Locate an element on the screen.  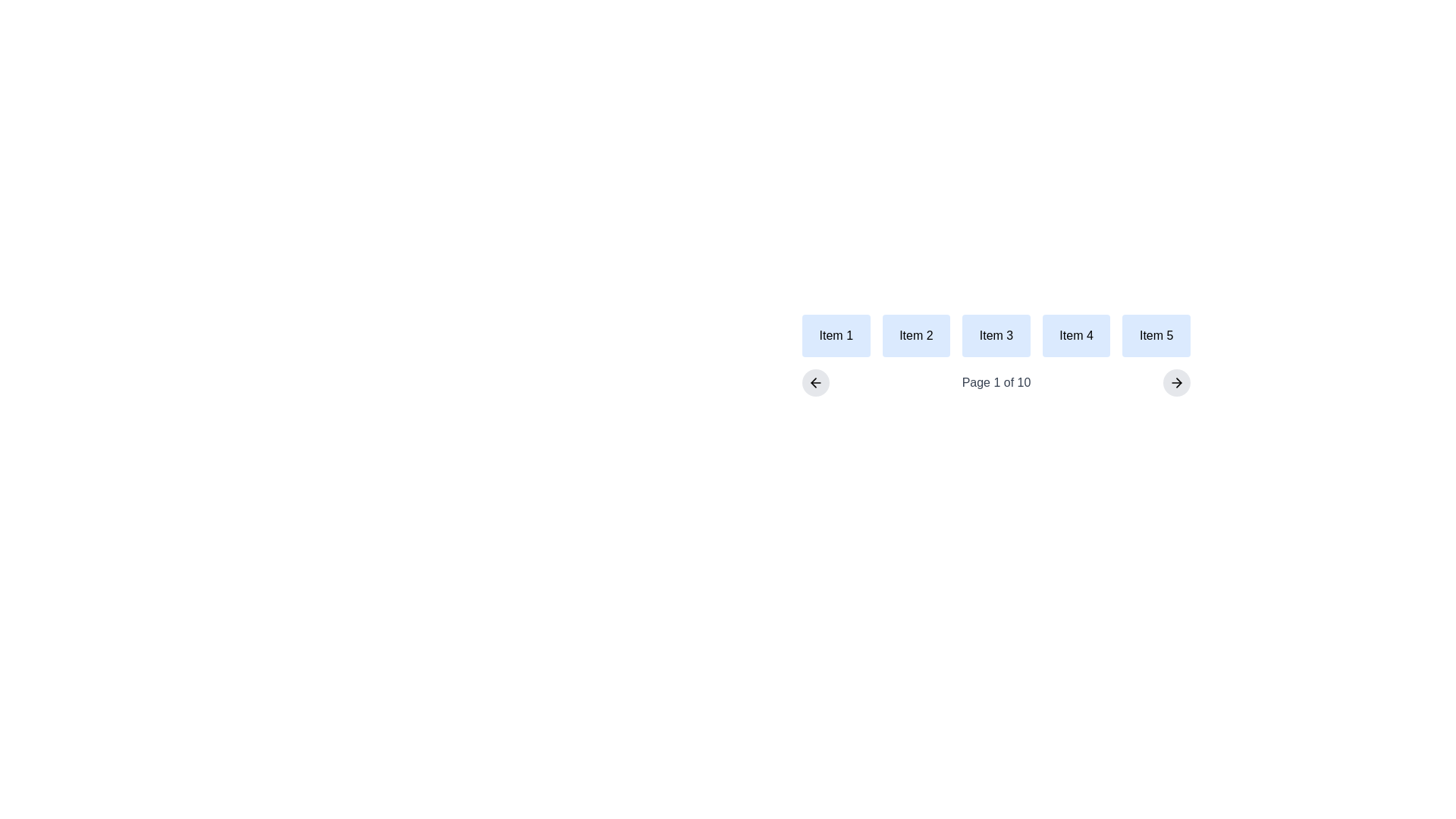
the arrow icon button located at the far-right end of the page navigation section is located at coordinates (1175, 382).